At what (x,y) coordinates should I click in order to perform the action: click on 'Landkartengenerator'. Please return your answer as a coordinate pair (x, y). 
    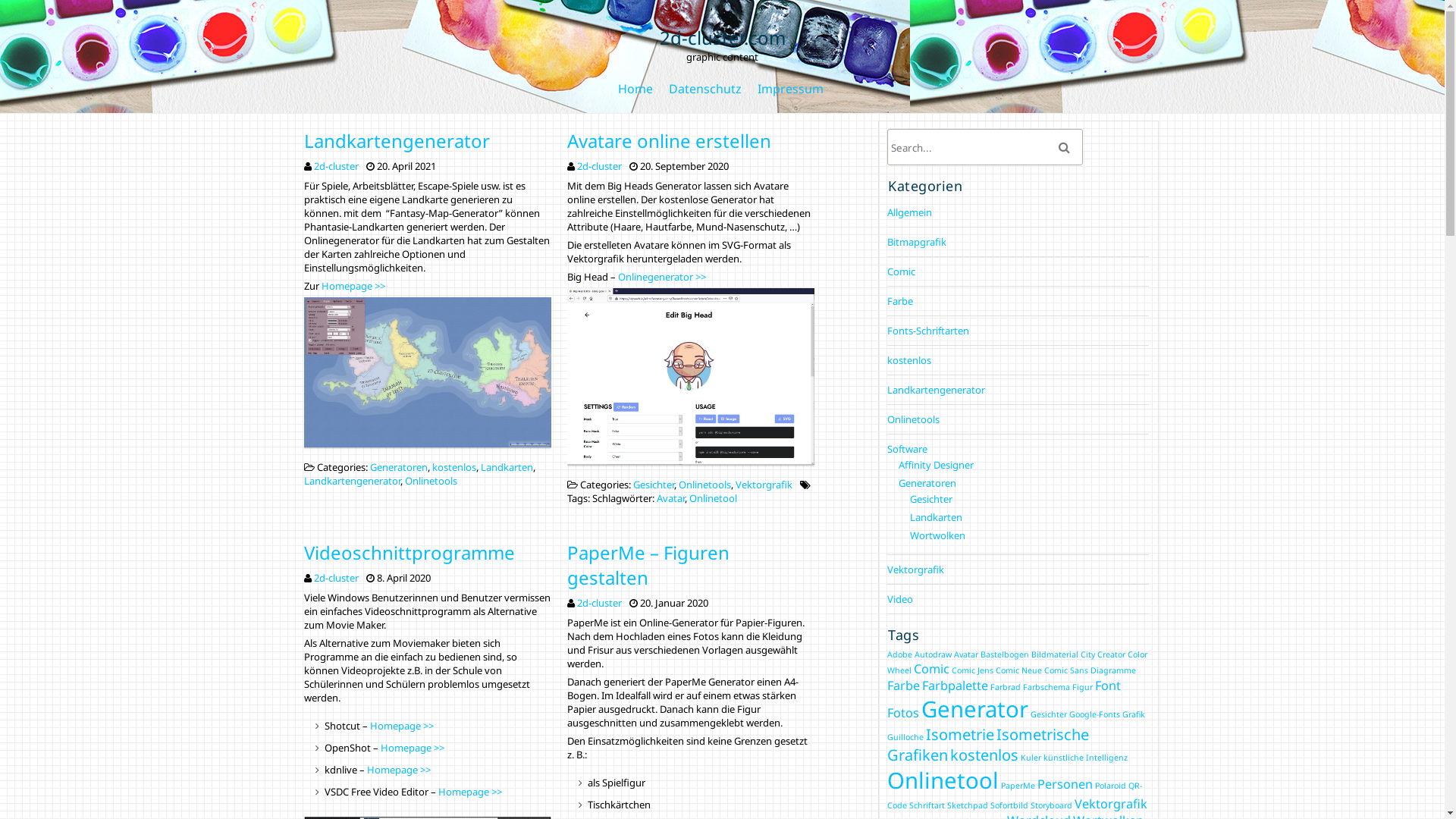
    Looking at the image, I should click on (350, 480).